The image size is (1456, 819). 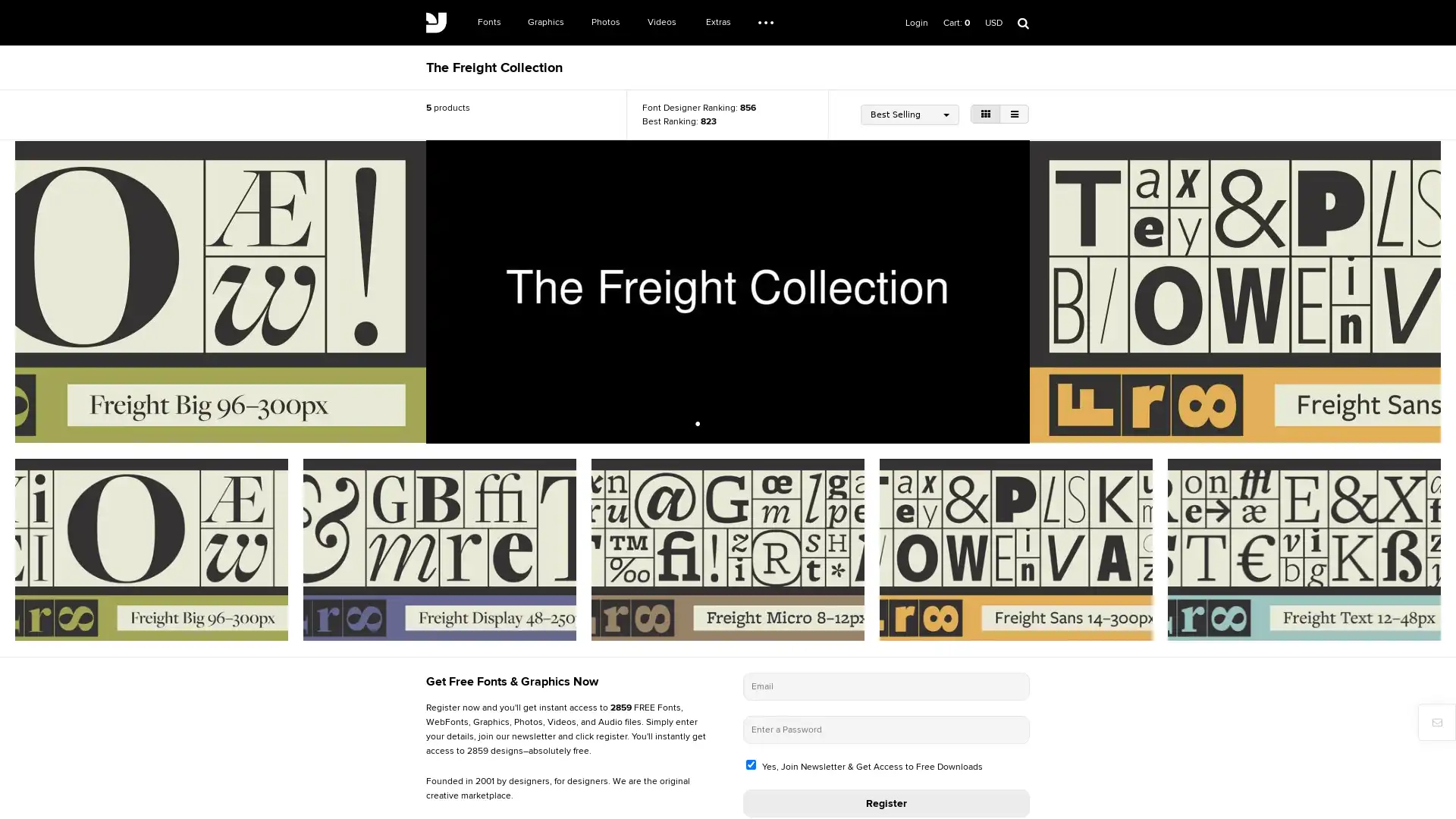 I want to click on Register, so click(x=886, y=802).